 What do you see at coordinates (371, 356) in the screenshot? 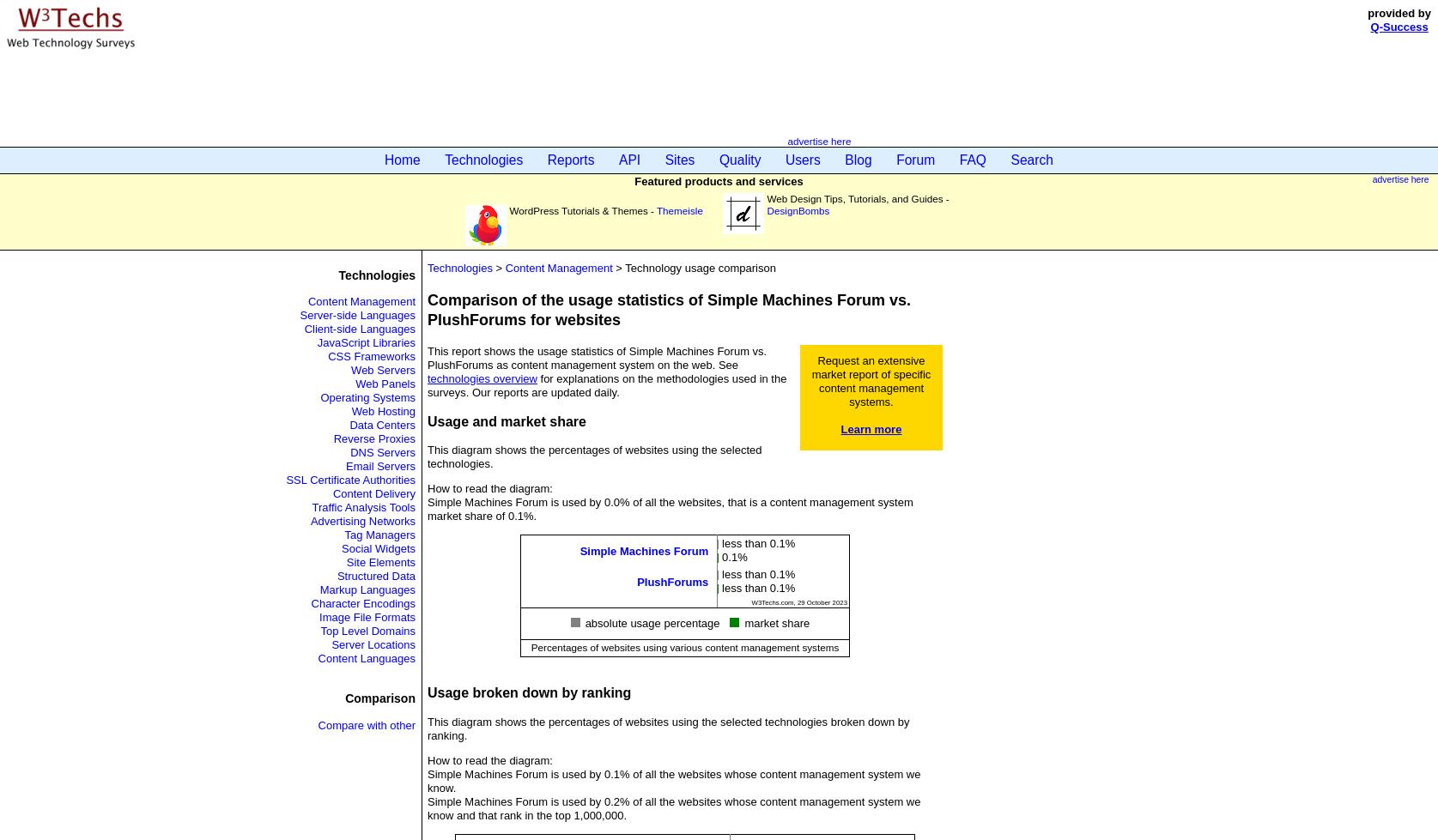
I see `'CSS Frameworks'` at bounding box center [371, 356].